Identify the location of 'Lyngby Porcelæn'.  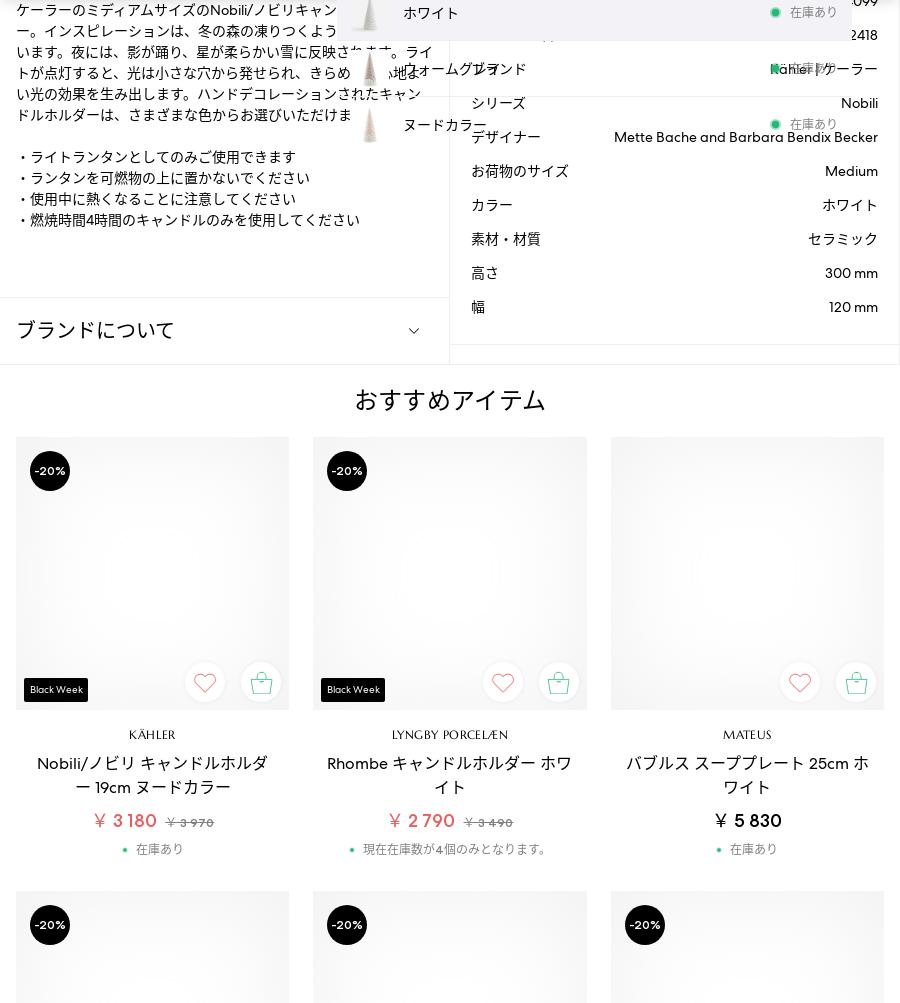
(390, 733).